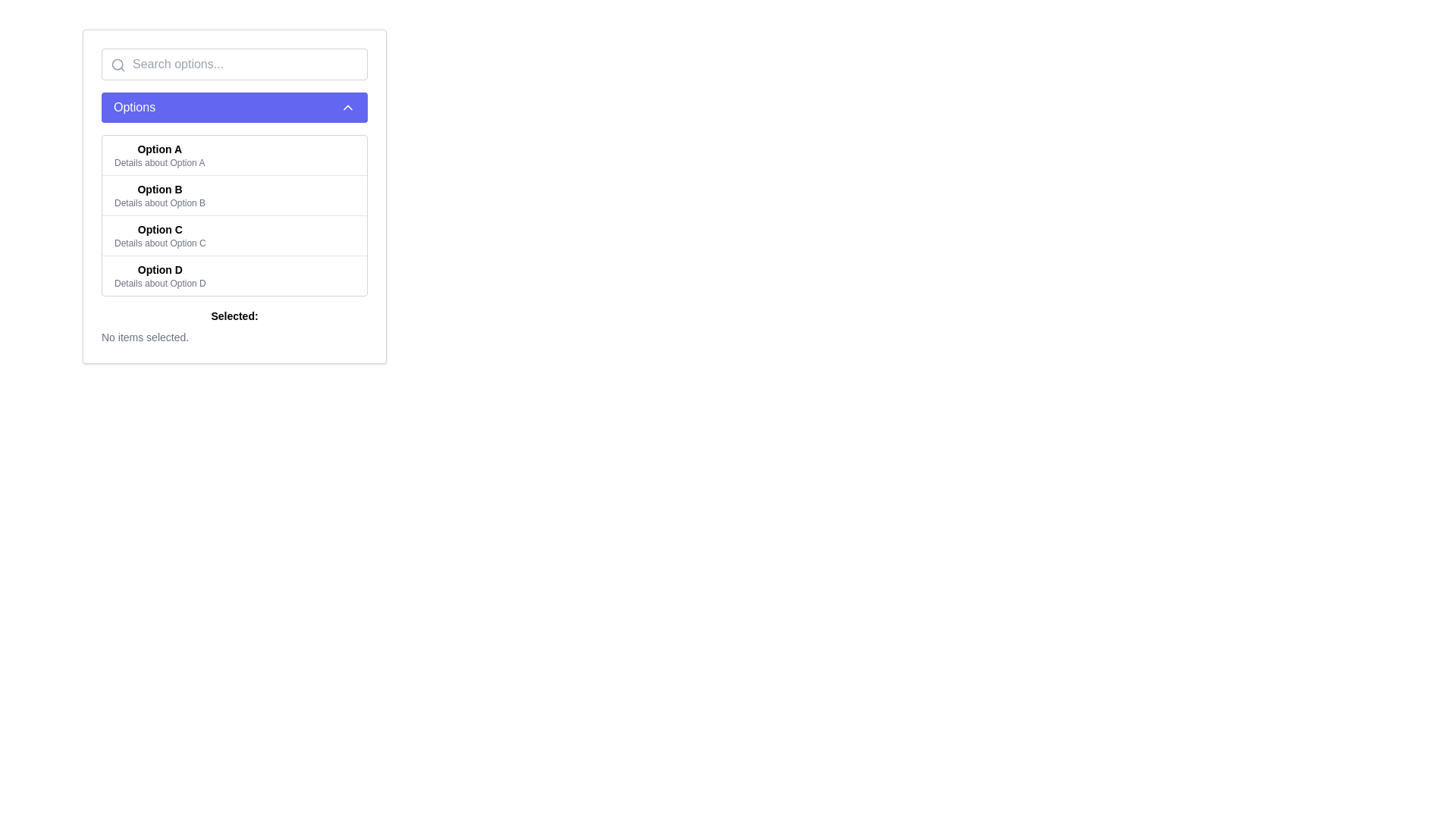  Describe the element at coordinates (234, 275) in the screenshot. I see `the fourth option in the list, labeled 'Option D'` at that location.